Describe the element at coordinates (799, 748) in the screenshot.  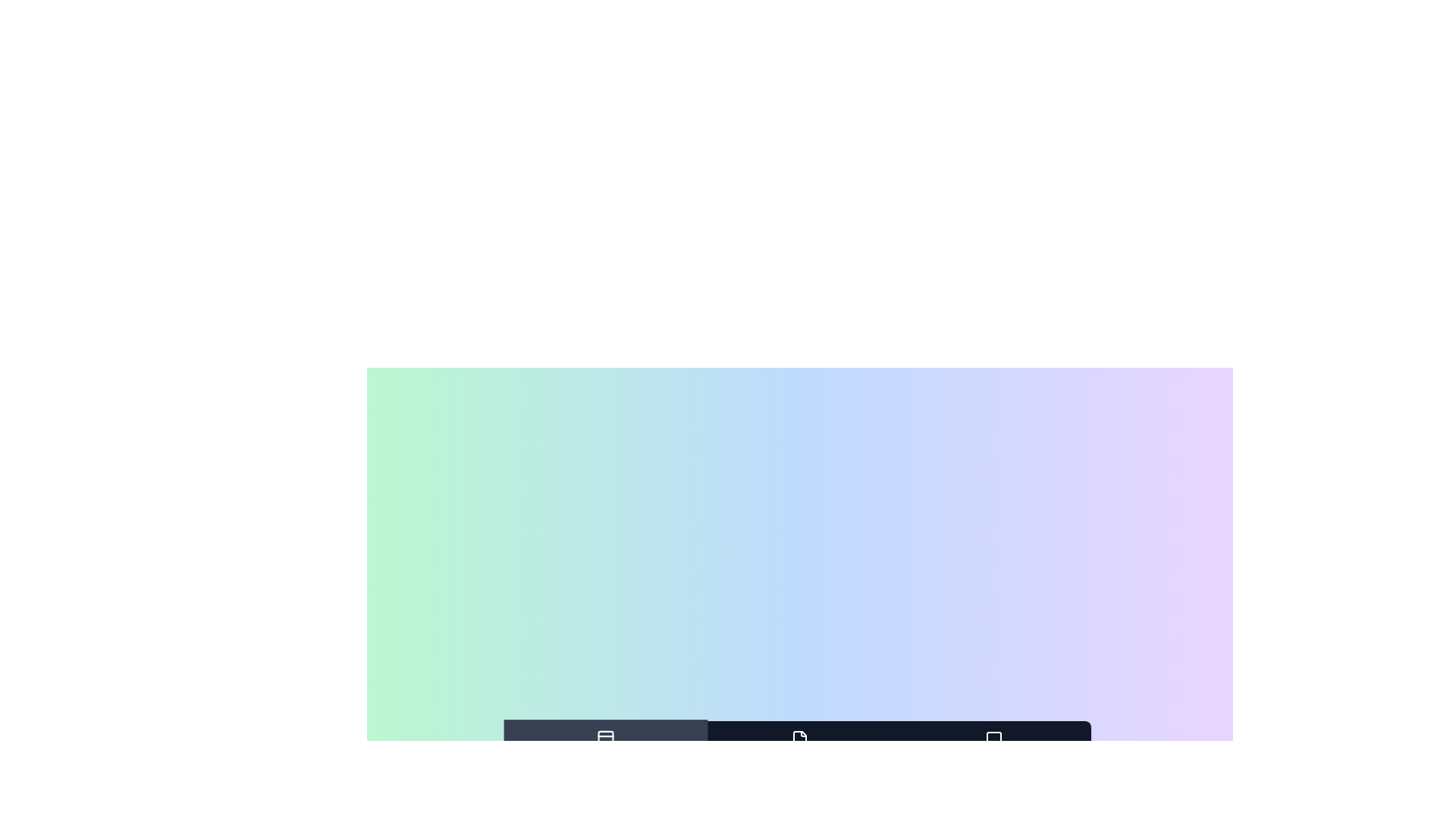
I see `the tab labeled Documents to observe the hover effect` at that location.